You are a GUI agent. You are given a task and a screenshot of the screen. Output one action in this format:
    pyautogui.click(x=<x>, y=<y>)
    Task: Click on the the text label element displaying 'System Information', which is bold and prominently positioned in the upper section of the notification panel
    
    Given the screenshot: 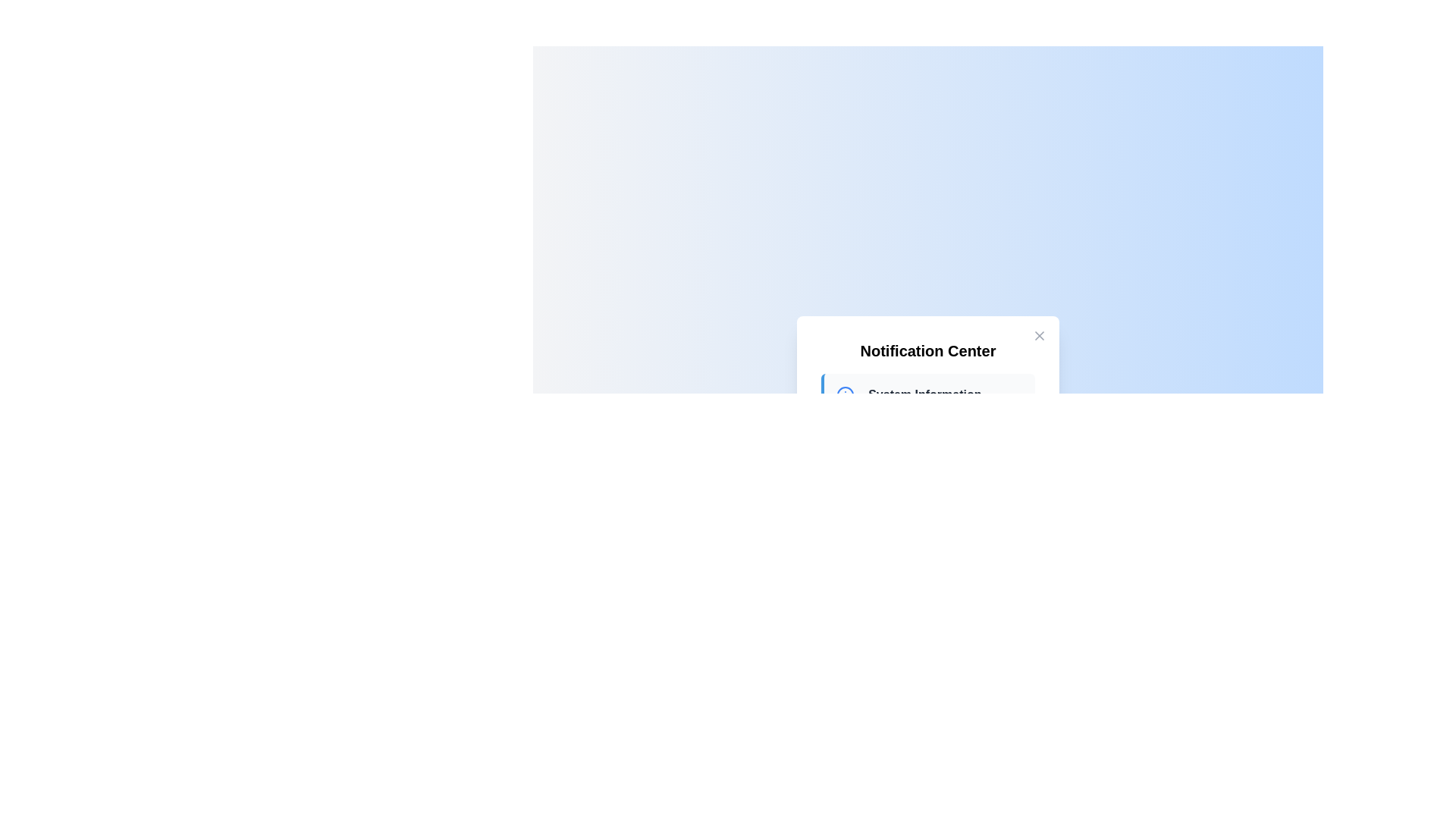 What is the action you would take?
    pyautogui.click(x=924, y=394)
    